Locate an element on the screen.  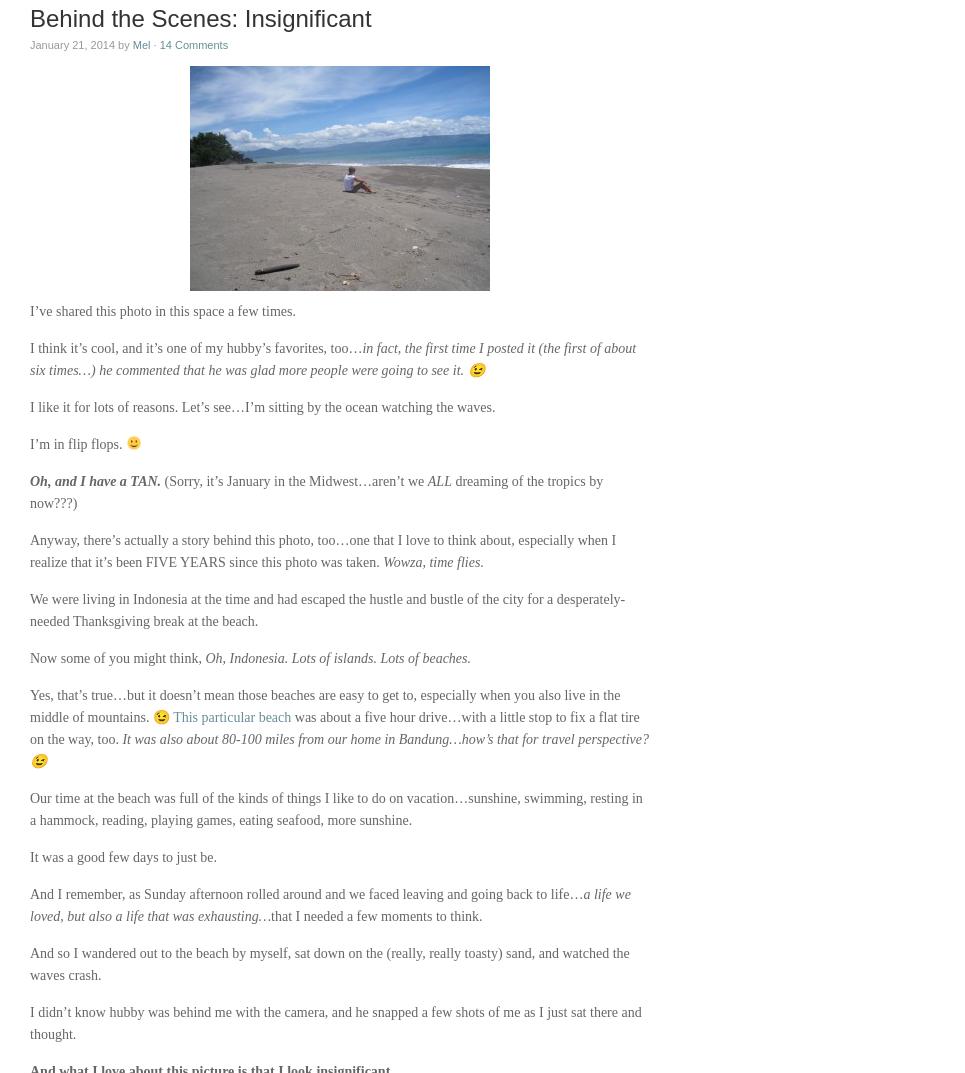
'It was a good few days to just be.' is located at coordinates (29, 856).